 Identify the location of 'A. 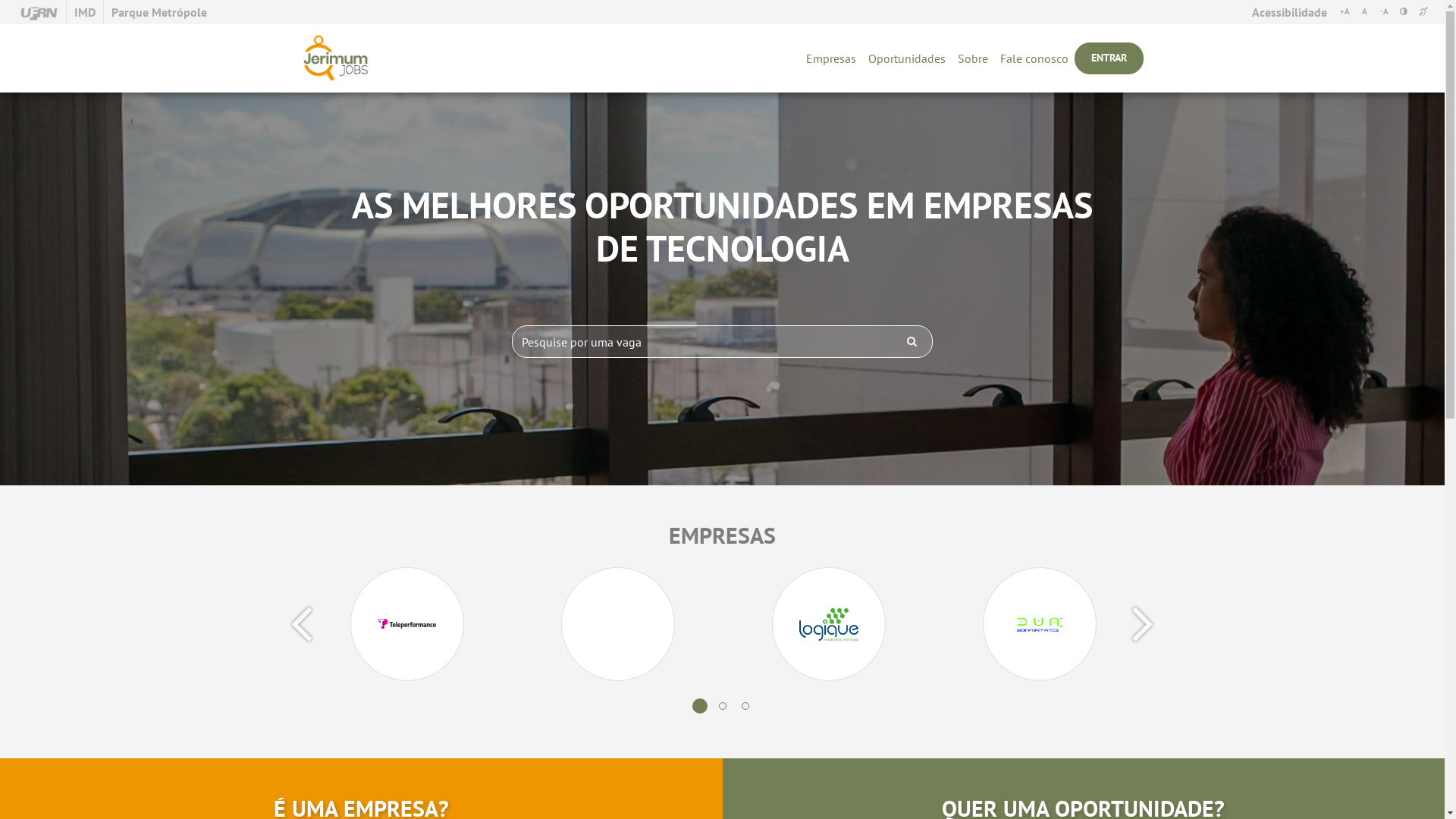
(1364, 11).